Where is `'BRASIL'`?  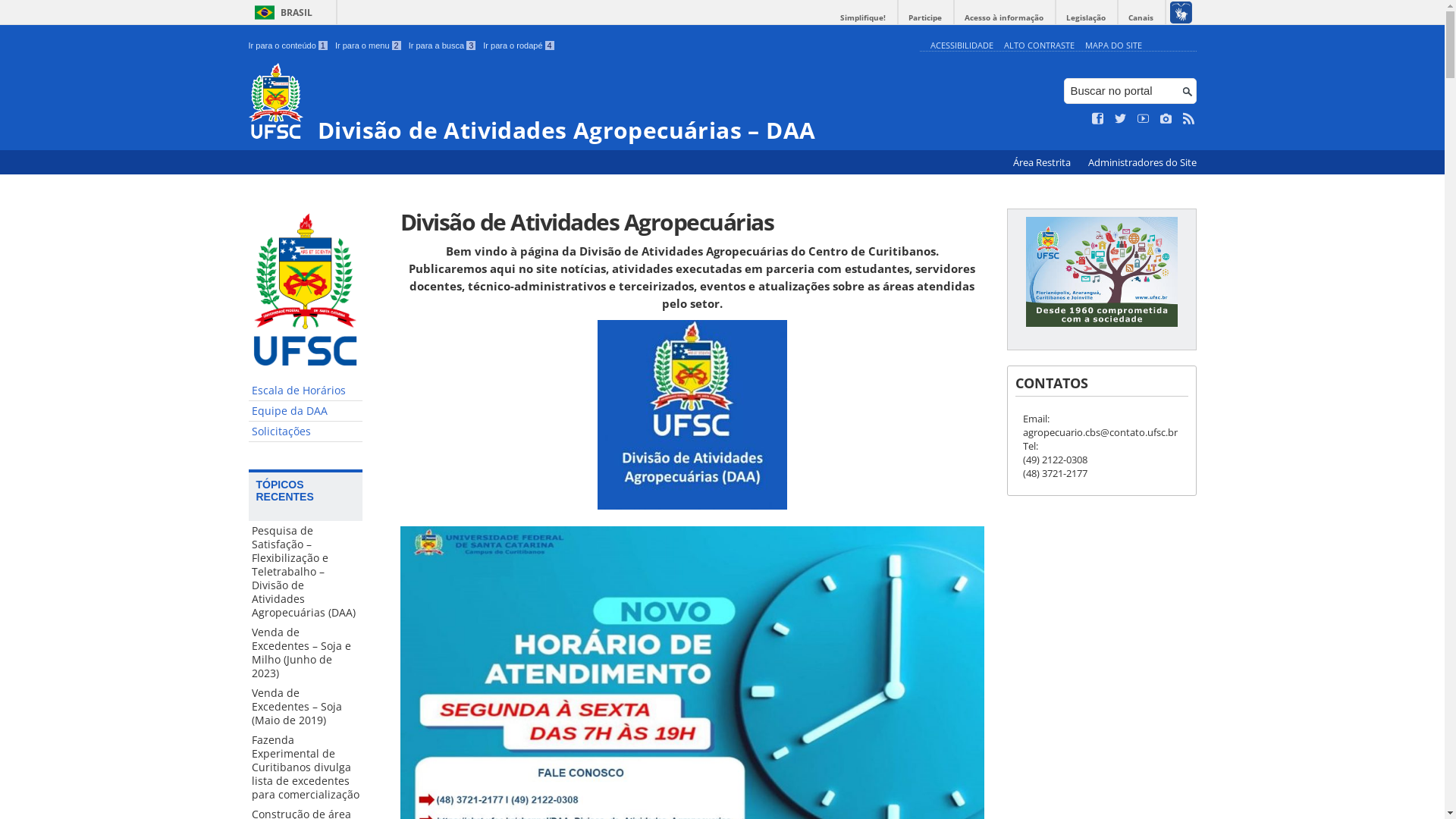 'BRASIL' is located at coordinates (281, 12).